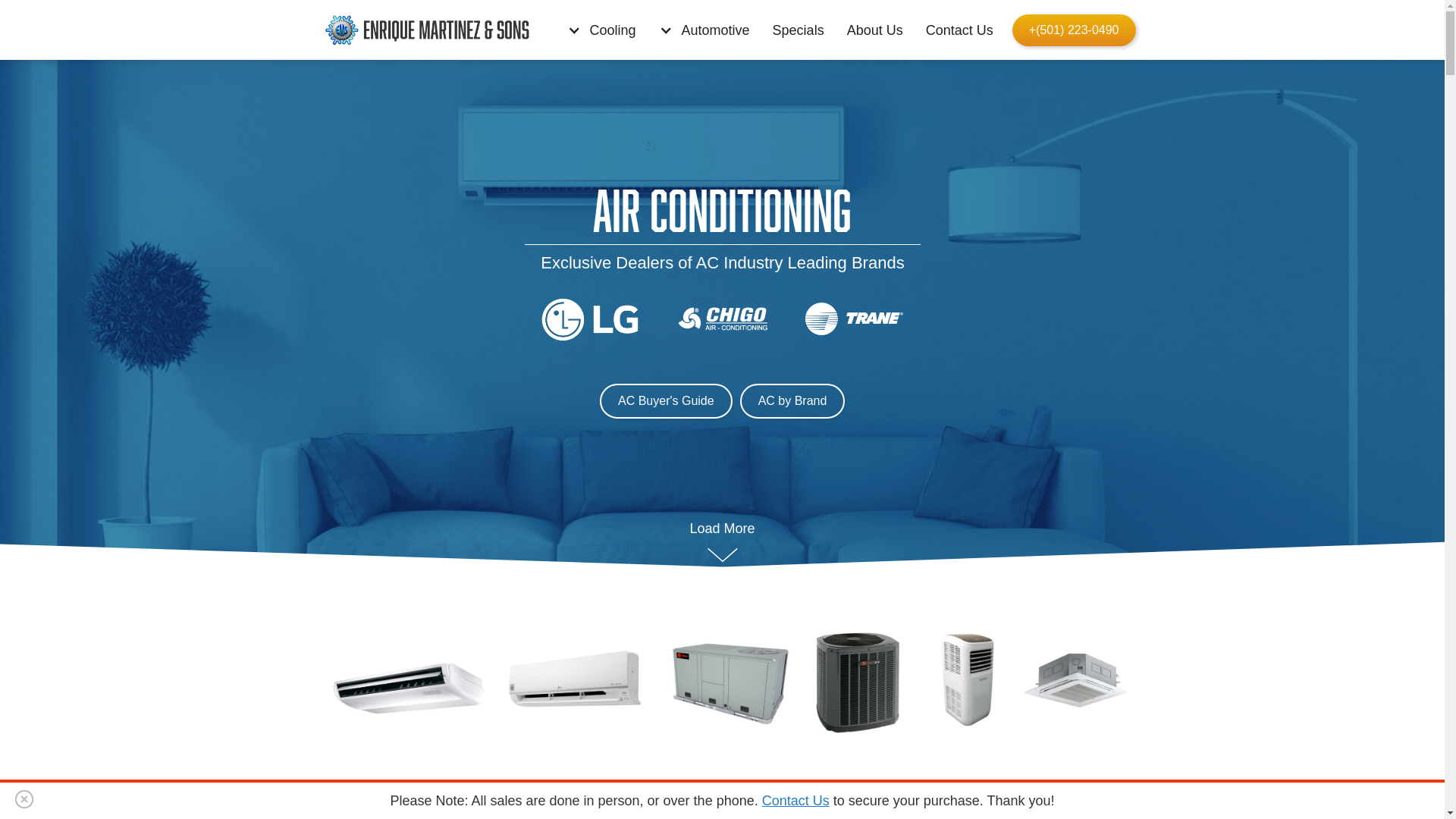  Describe the element at coordinates (666, 400) in the screenshot. I see `'AC Buyer's Guide'` at that location.